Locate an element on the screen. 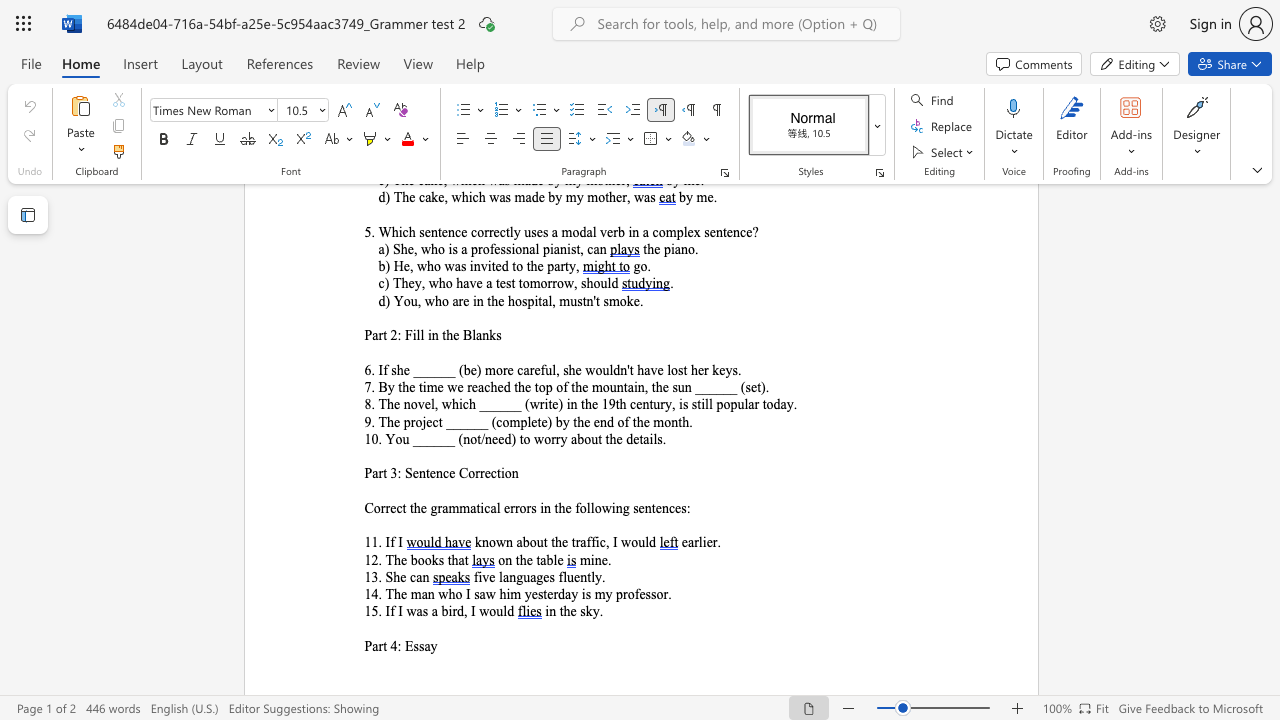  the space between the continuous character "h" and "a" in the text is located at coordinates (457, 560).